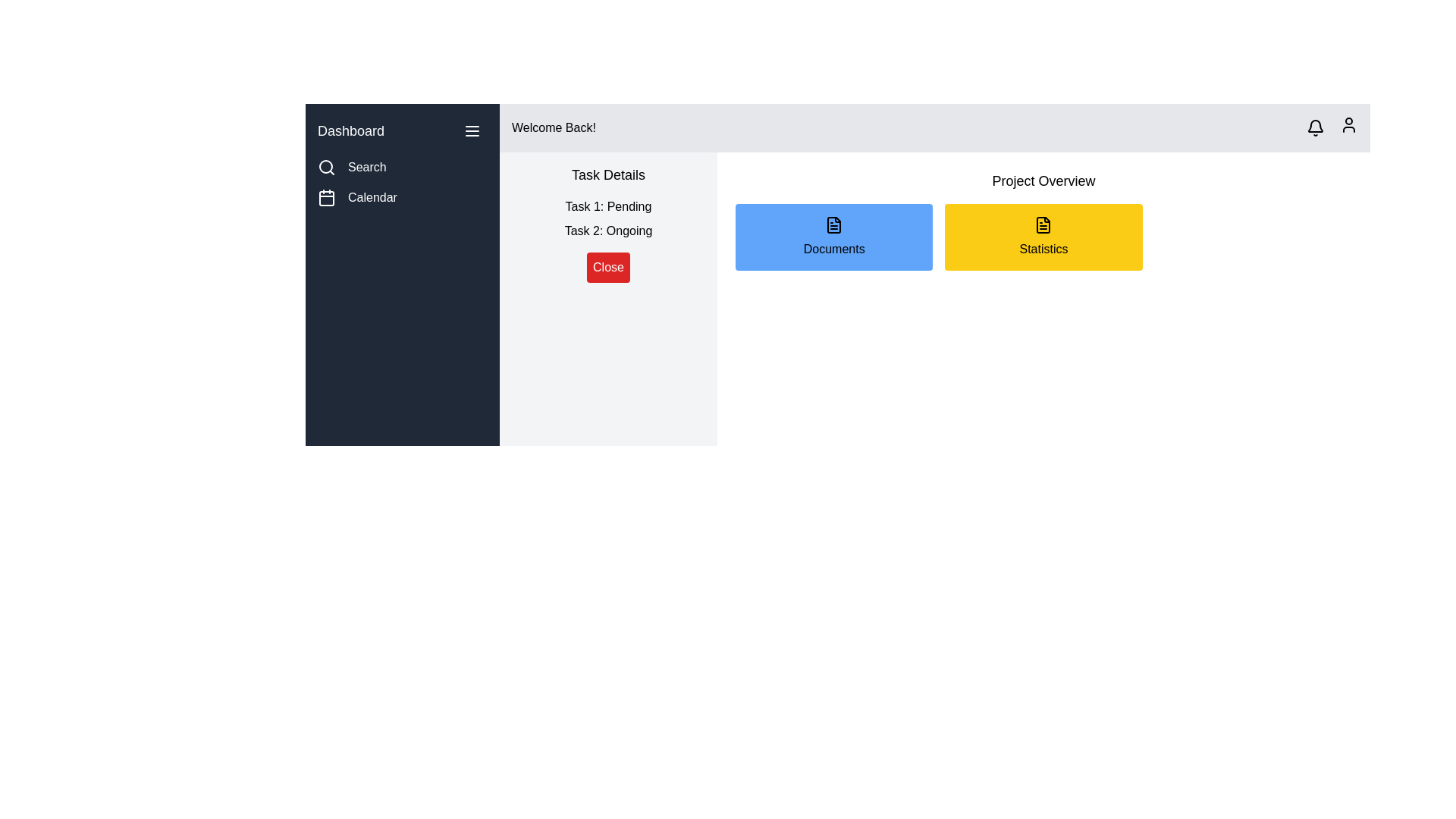 This screenshot has width=1456, height=819. I want to click on the SVG rectangle with rounded corners that serves as the body of the calendar icon, located in the vertical navigation menu, below the search icon and above the 'Calendar' label, so click(326, 198).